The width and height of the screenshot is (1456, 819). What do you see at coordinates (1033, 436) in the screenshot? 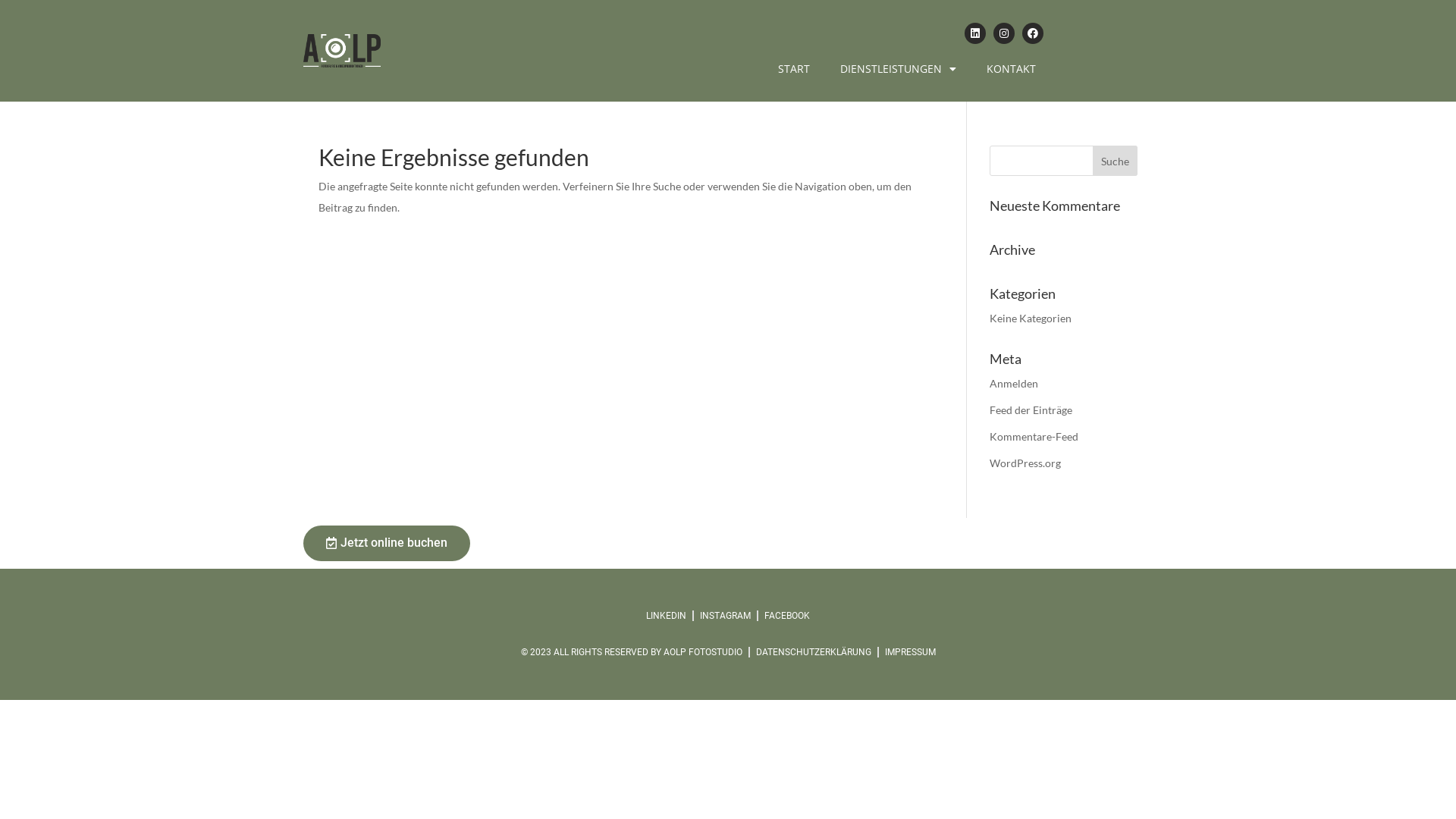
I see `'Kommentare-Feed'` at bounding box center [1033, 436].